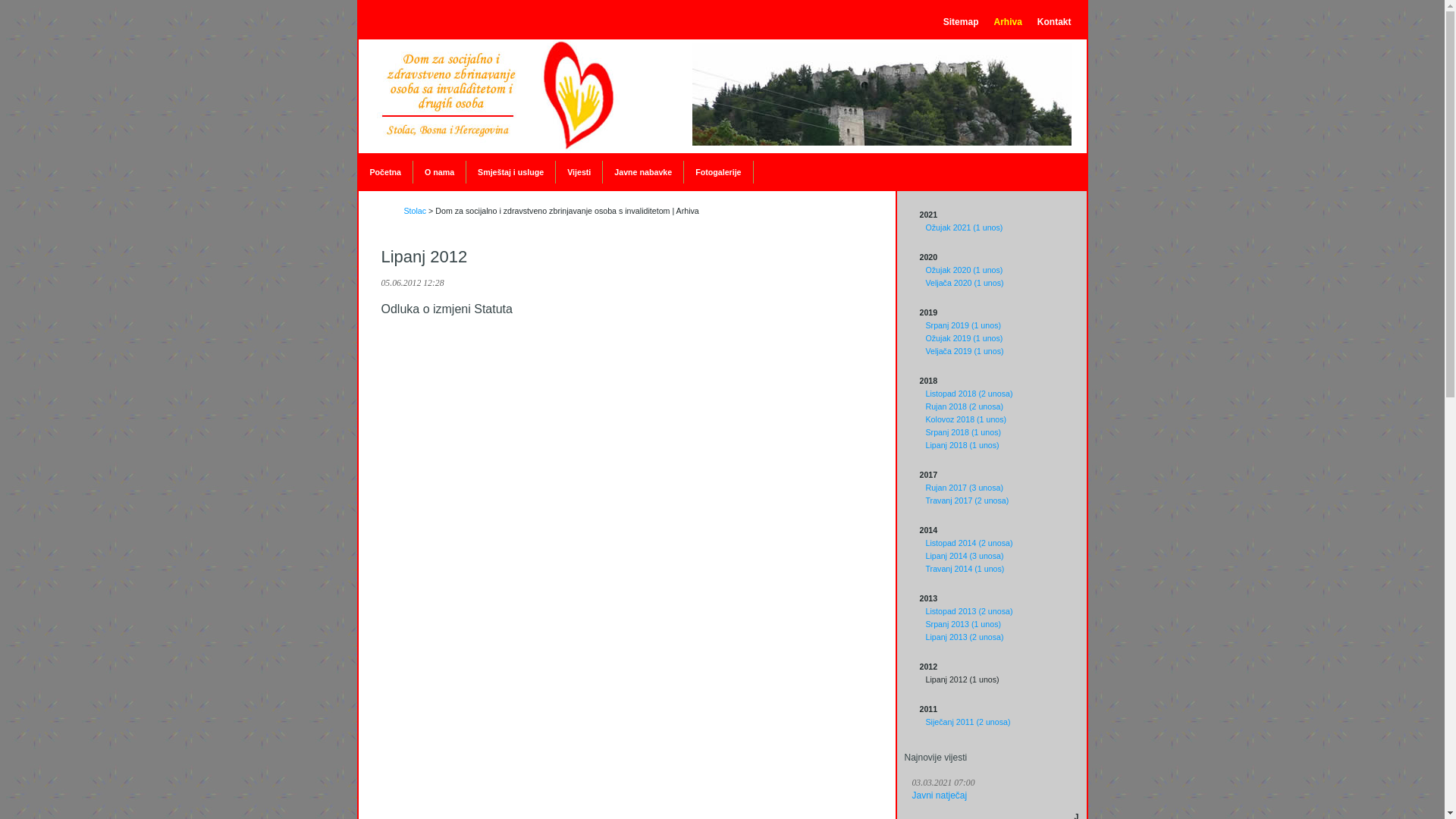 The width and height of the screenshot is (1456, 819). I want to click on 'Travanj 2017 (2 unosa)', so click(966, 500).